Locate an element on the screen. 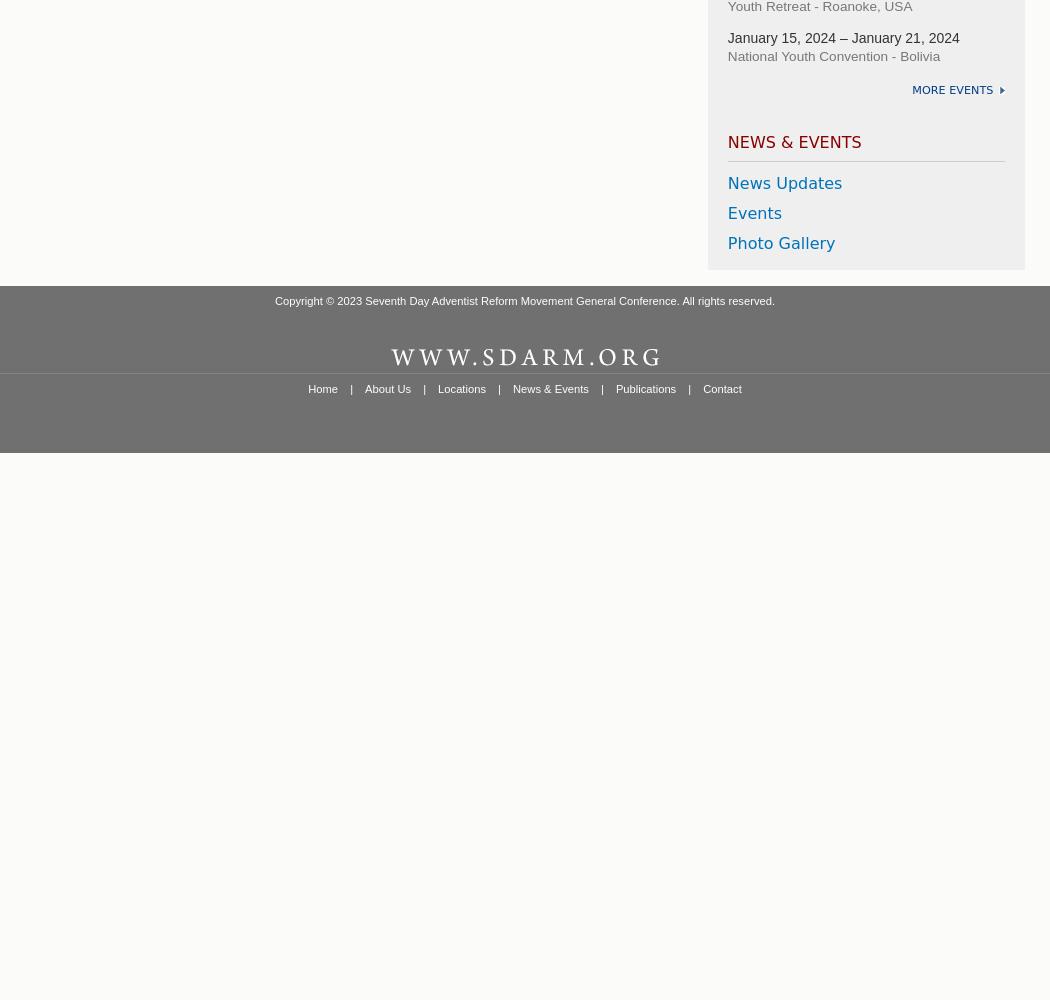  'Locations' is located at coordinates (462, 388).